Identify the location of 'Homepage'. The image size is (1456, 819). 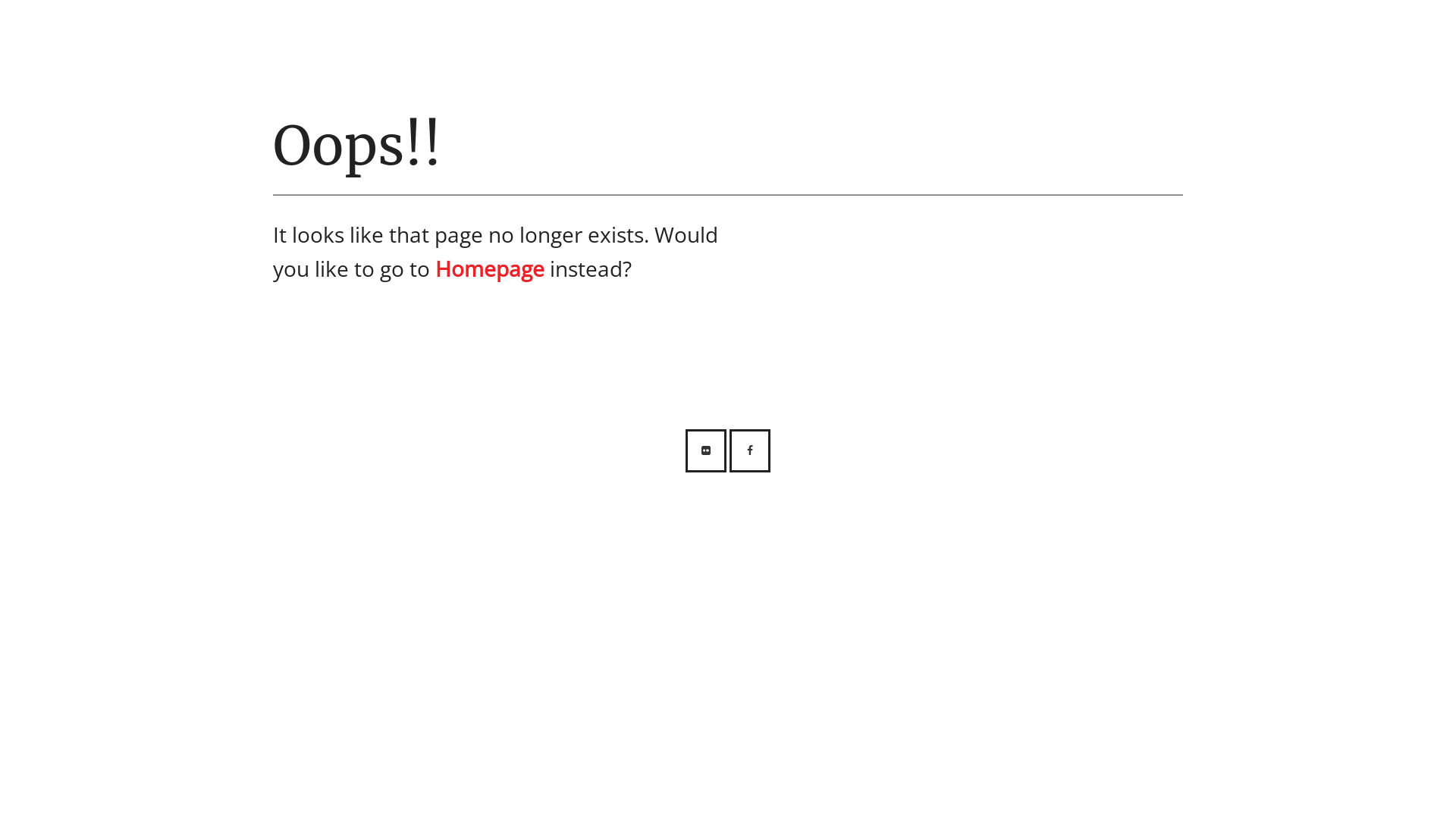
(490, 268).